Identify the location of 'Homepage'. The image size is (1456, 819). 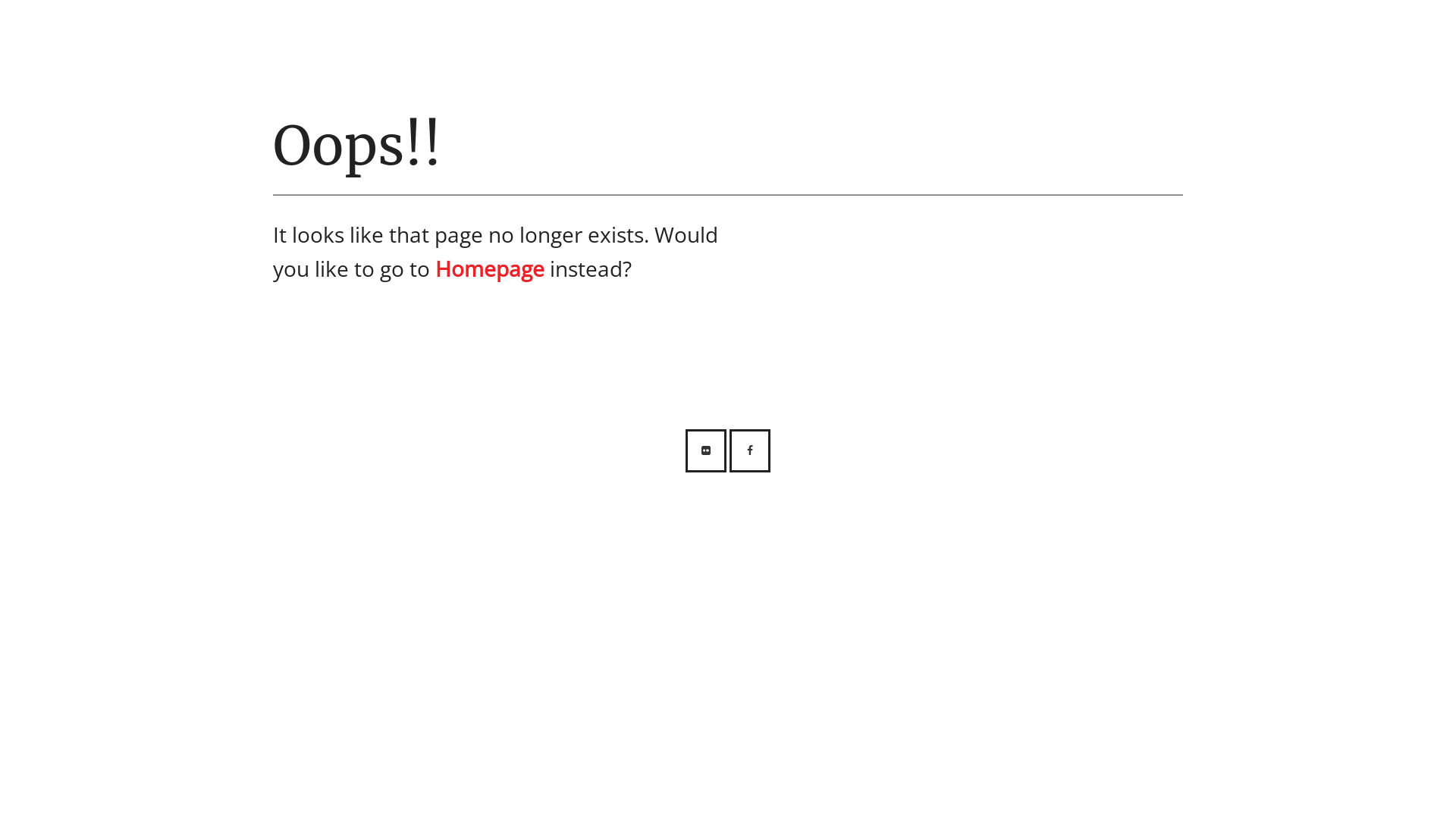
(490, 268).